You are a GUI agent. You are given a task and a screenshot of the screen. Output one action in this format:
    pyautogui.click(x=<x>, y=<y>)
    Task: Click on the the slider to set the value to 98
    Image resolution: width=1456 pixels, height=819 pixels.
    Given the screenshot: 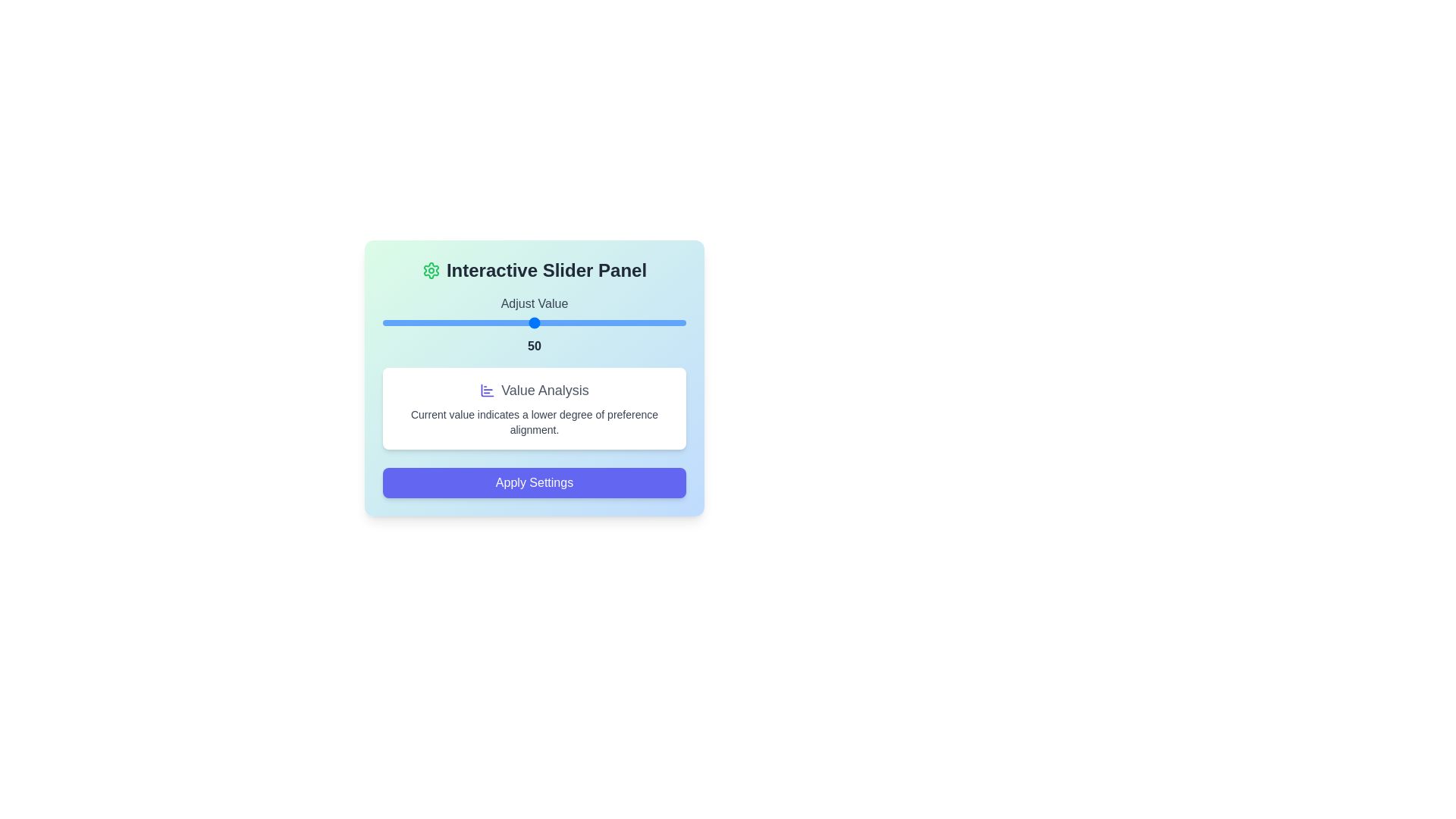 What is the action you would take?
    pyautogui.click(x=679, y=322)
    